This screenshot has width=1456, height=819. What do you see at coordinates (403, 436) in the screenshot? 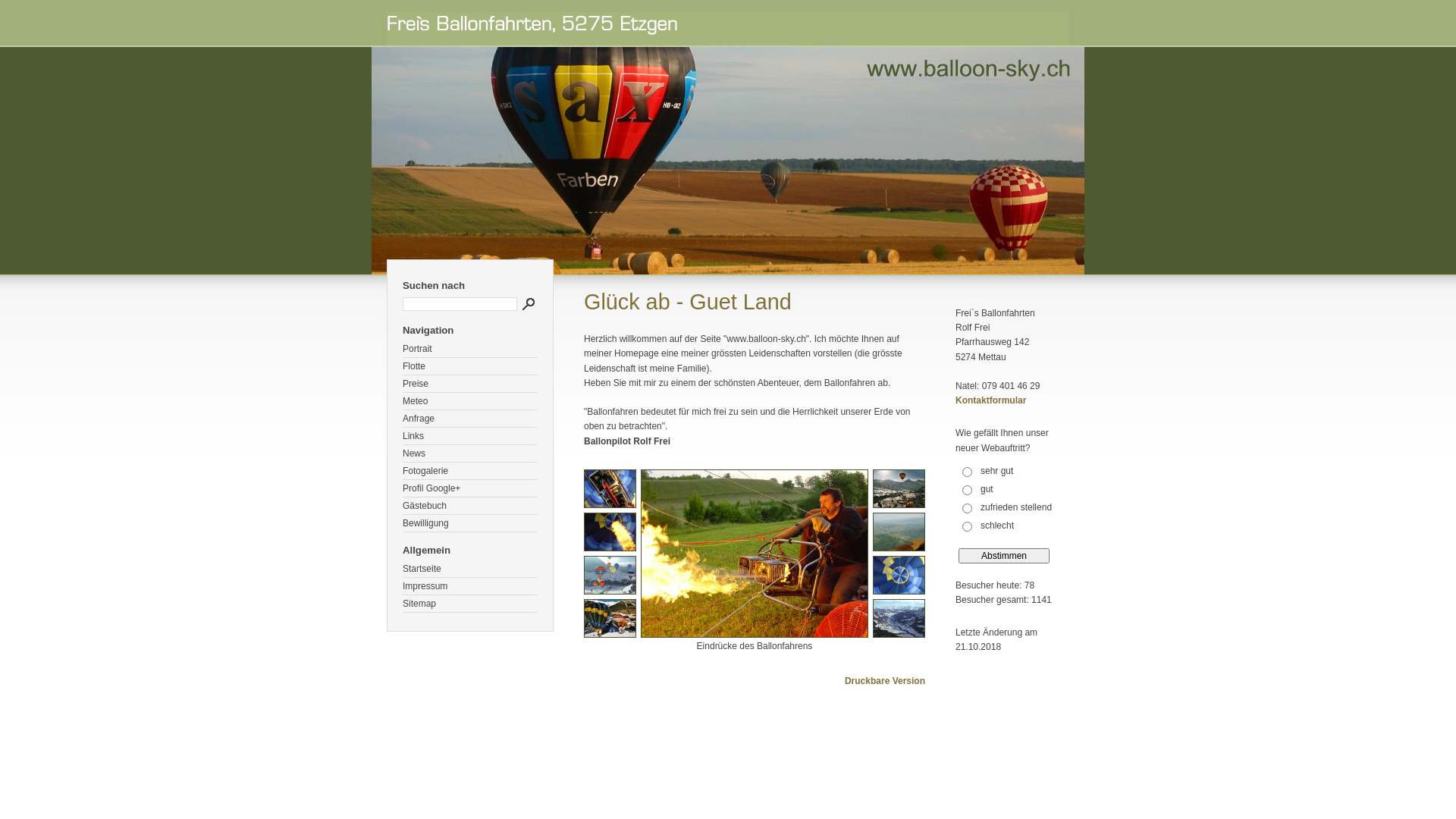
I see `'Links'` at bounding box center [403, 436].